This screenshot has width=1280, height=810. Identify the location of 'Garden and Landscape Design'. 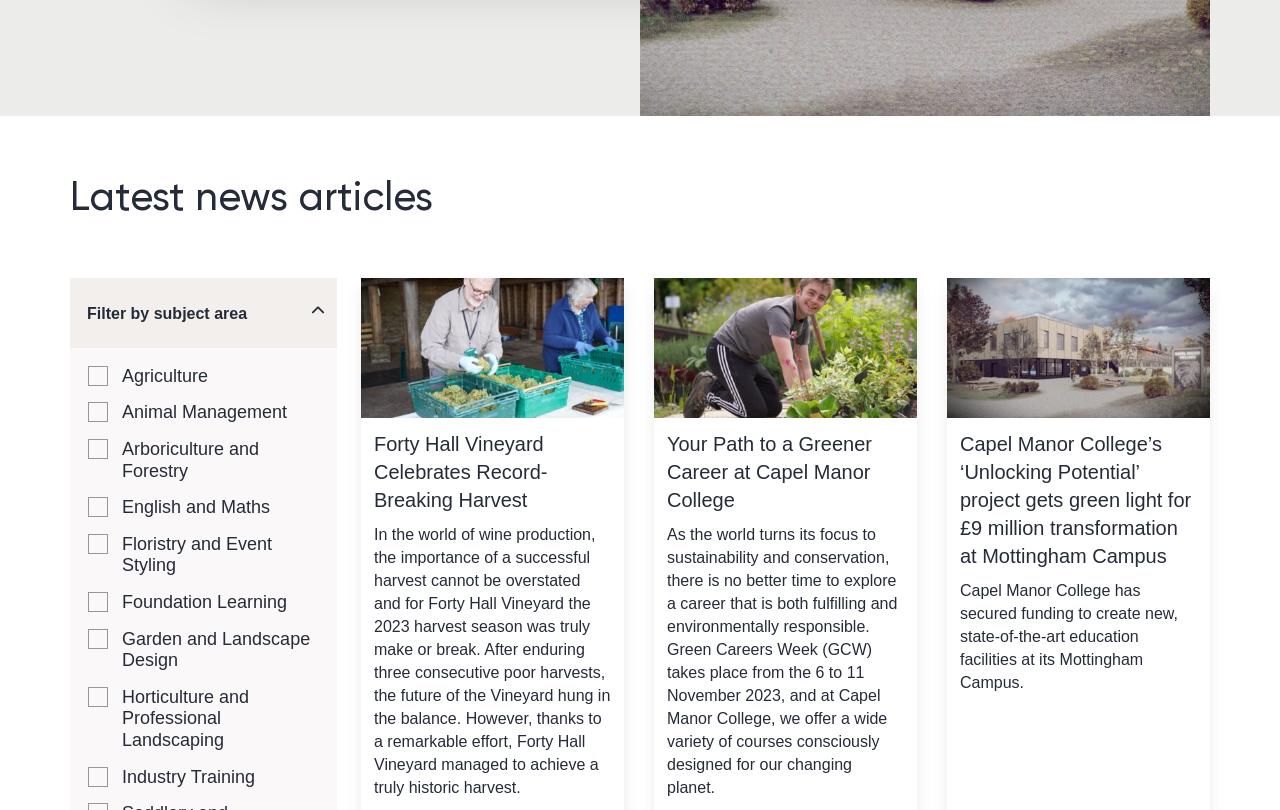
(216, 647).